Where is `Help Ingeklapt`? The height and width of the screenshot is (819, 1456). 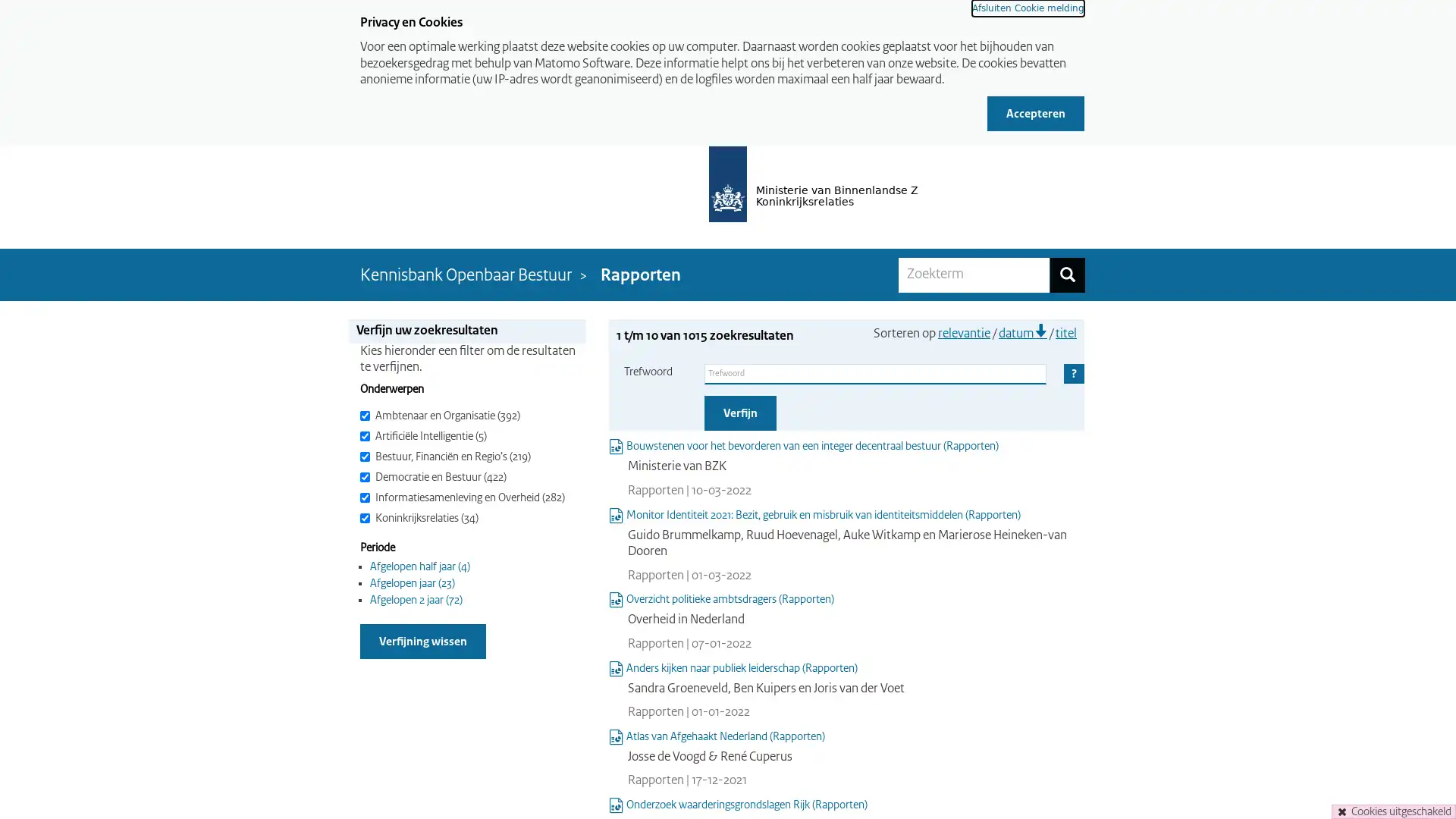
Help Ingeklapt is located at coordinates (1072, 374).